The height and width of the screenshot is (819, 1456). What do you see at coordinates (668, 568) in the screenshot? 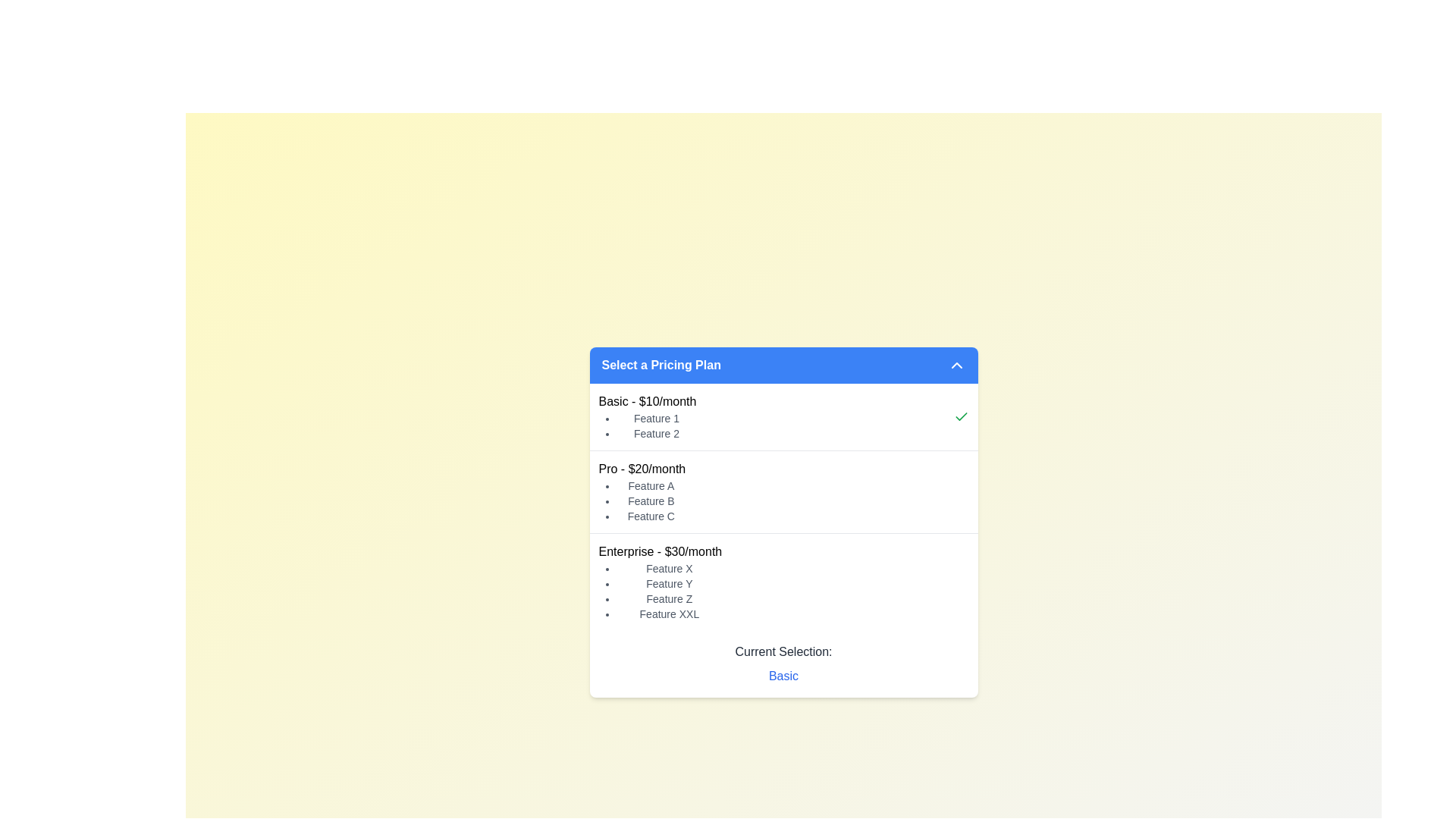
I see `the text item reading 'Feature X' styled with a smaller font size and gray color, which is the first bullet point in the 'Enterprise - $30/month' section` at bounding box center [668, 568].